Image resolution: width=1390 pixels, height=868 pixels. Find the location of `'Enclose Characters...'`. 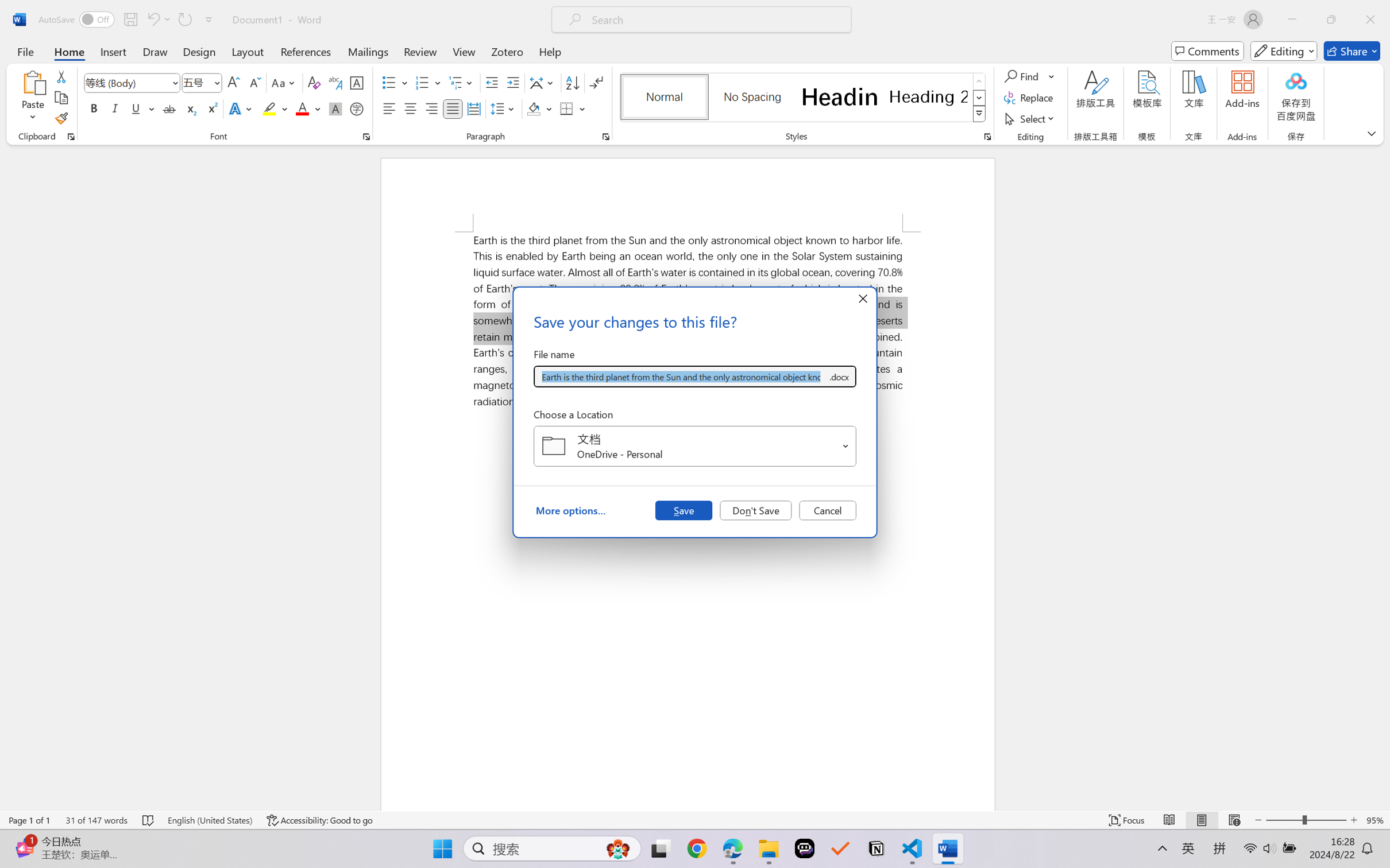

'Enclose Characters...' is located at coordinates (357, 108).